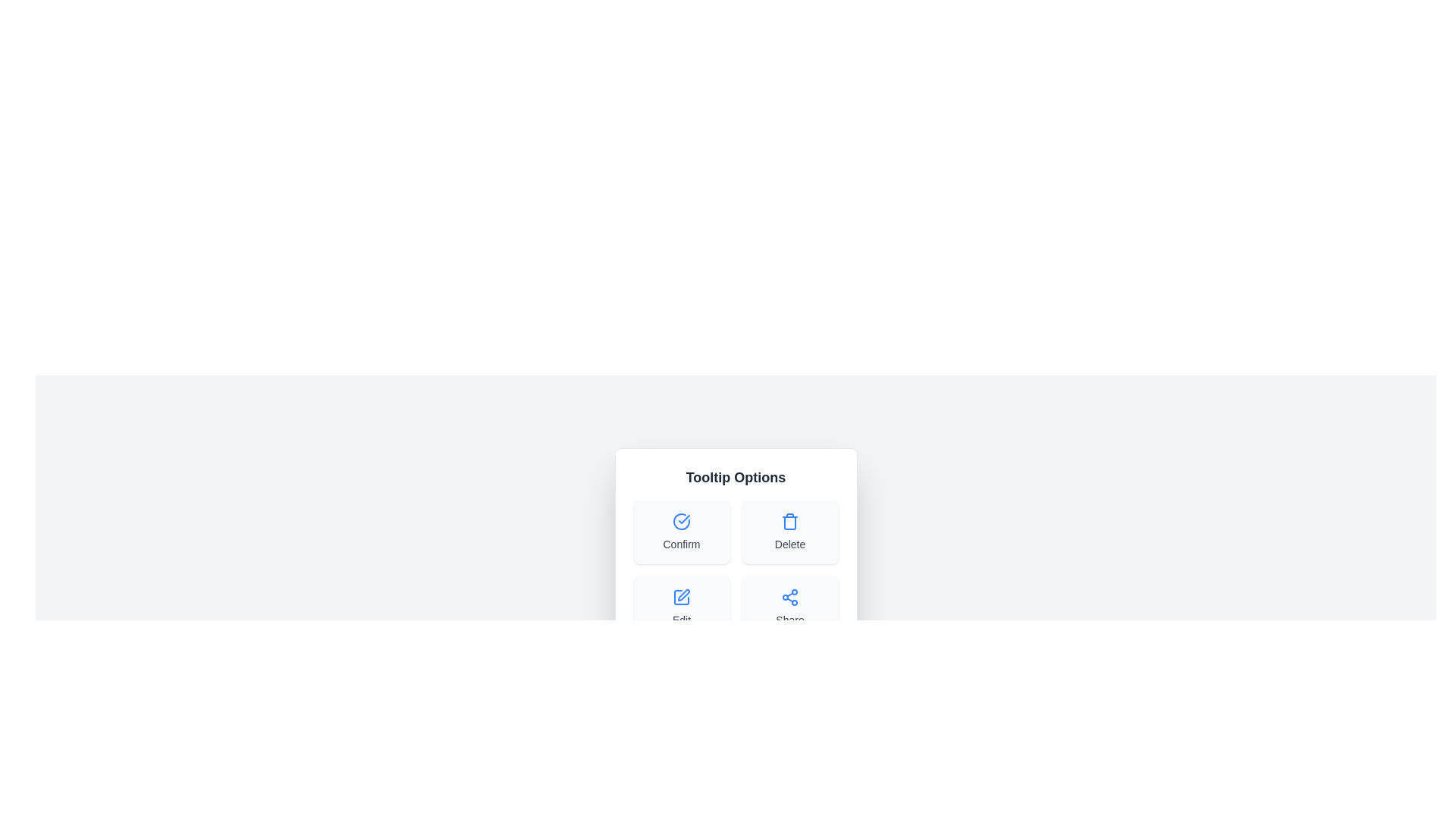  I want to click on the 'Share' icon, which is a vector graphic of three blue circles connected by two lines, so click(789, 596).